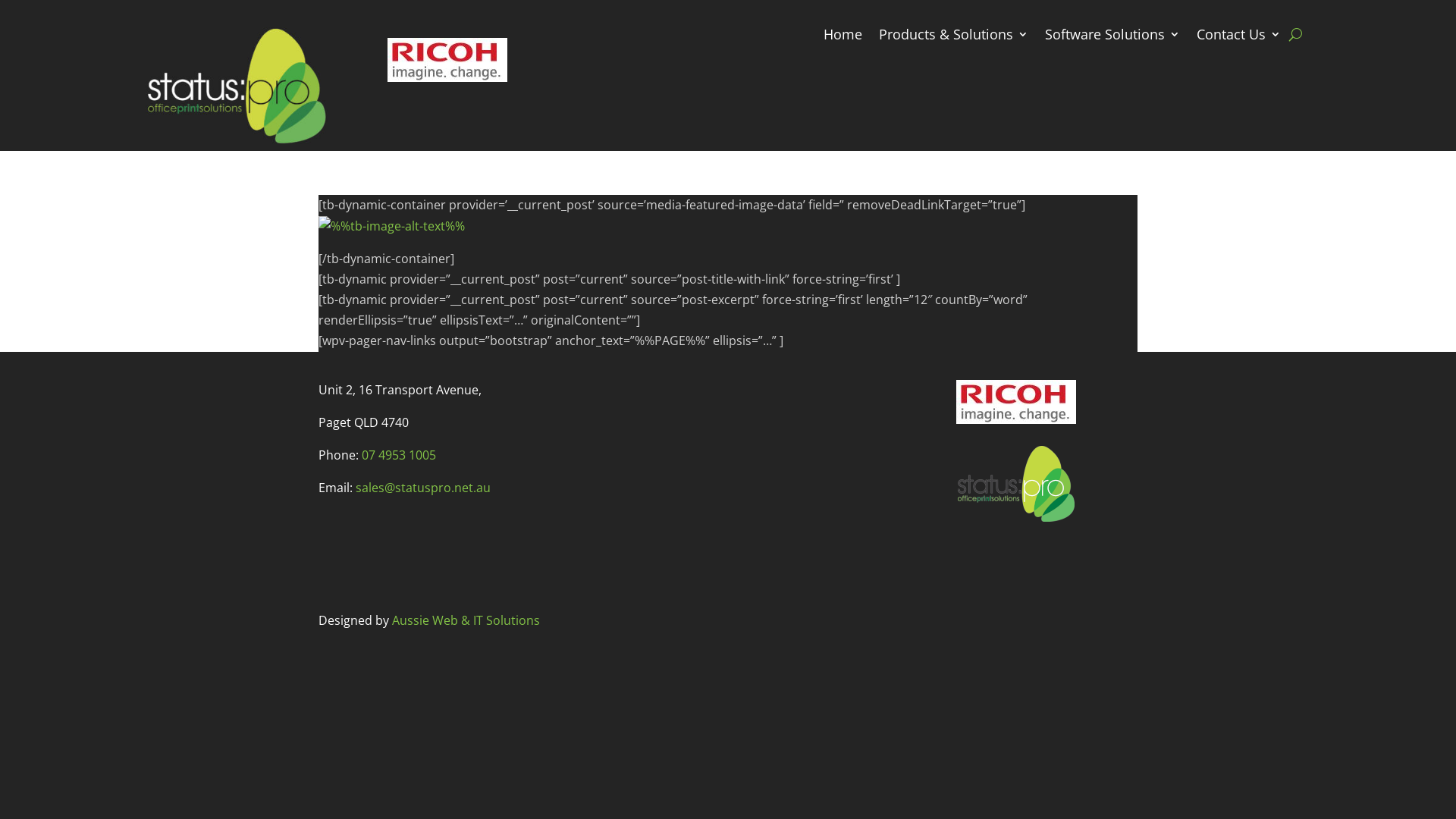  What do you see at coordinates (842, 36) in the screenshot?
I see `'Home'` at bounding box center [842, 36].